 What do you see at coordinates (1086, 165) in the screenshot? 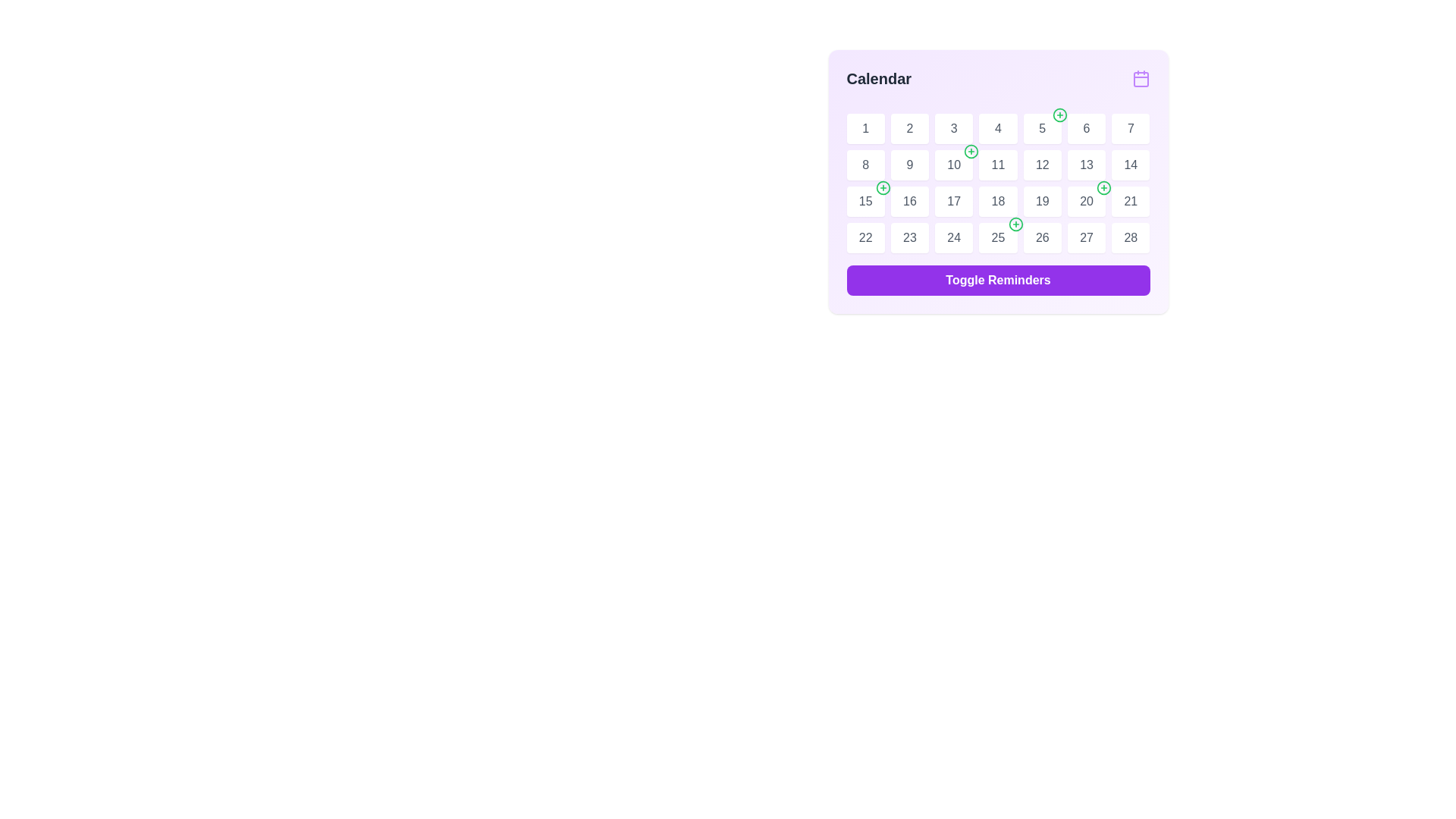
I see `date displayed as '13' in gray color, styled in a sans-serif font, located in the fifth cell of the third row of the calendar grid` at bounding box center [1086, 165].